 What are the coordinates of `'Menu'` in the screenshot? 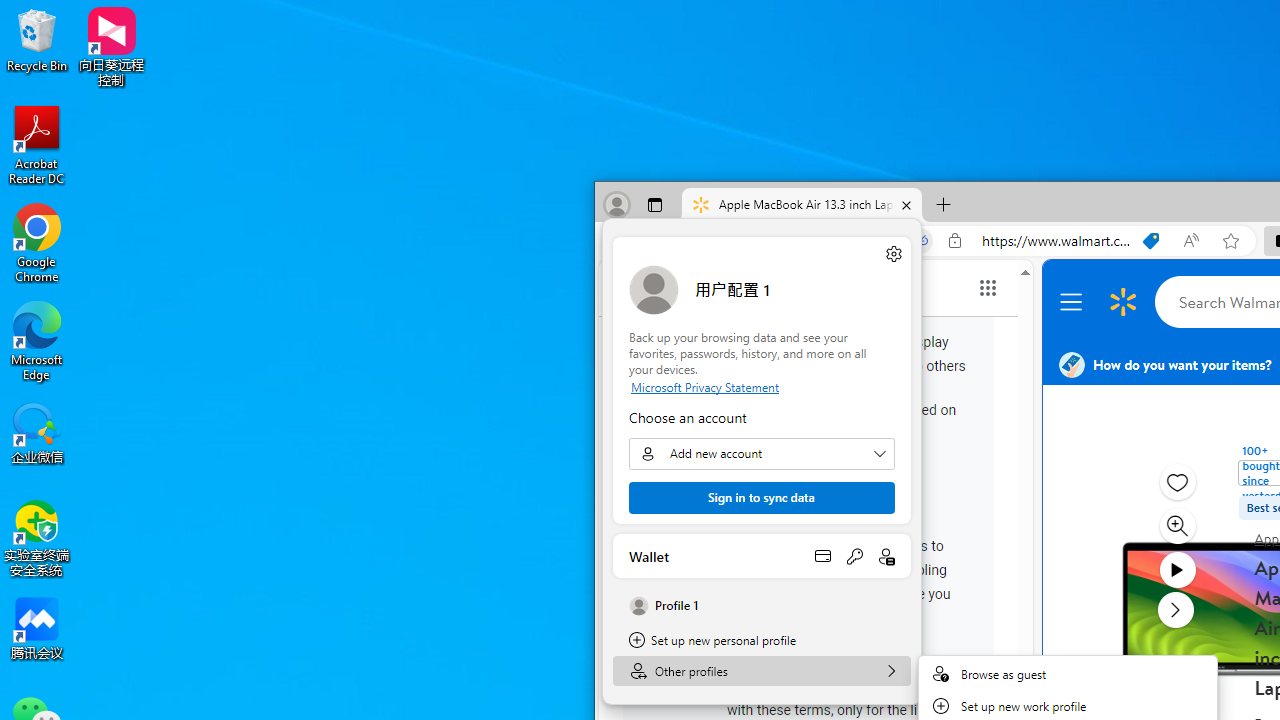 It's located at (1073, 302).